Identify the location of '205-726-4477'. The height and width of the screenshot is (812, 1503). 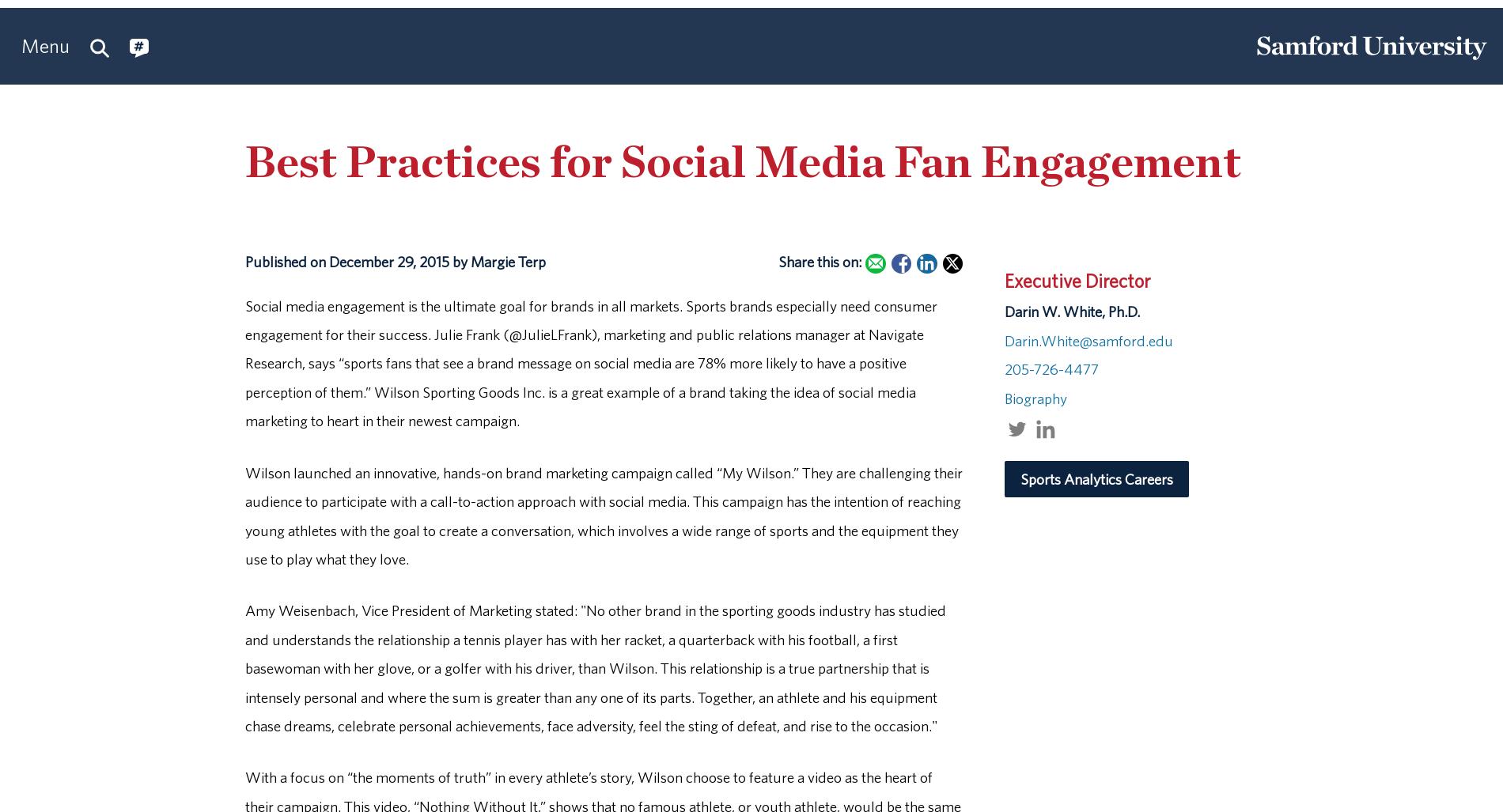
(1051, 368).